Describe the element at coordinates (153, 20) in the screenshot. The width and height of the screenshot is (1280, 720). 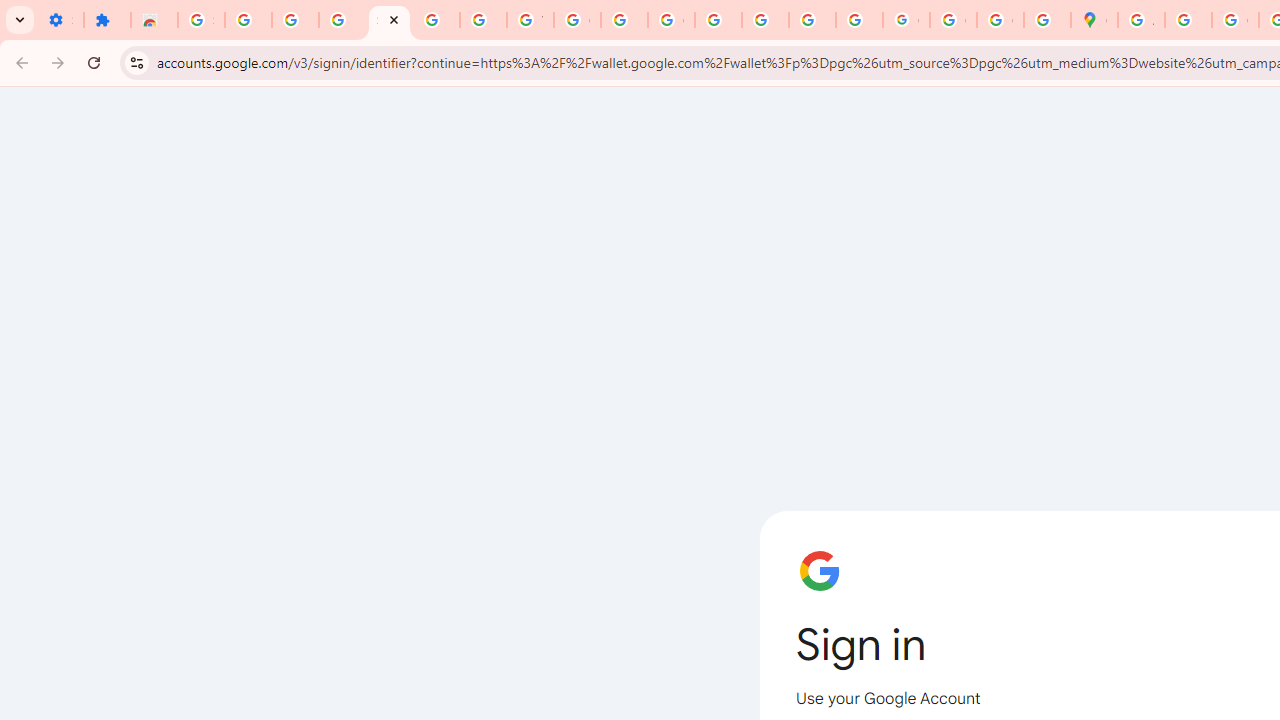
I see `'Reviews: Helix Fruit Jump Arcade Game'` at that location.